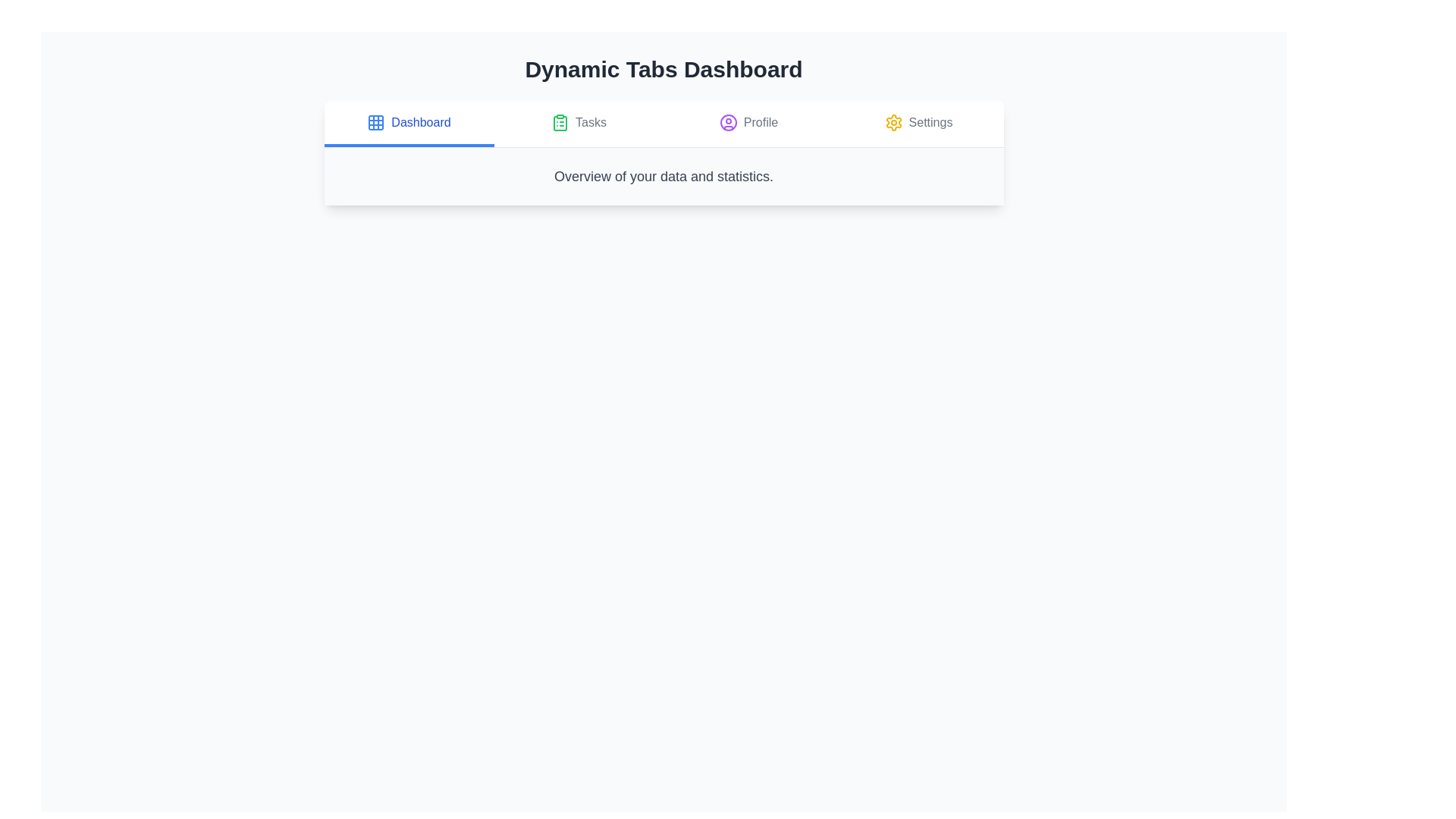  I want to click on the 'Dashboard' tab in the navigation bar, so click(664, 124).